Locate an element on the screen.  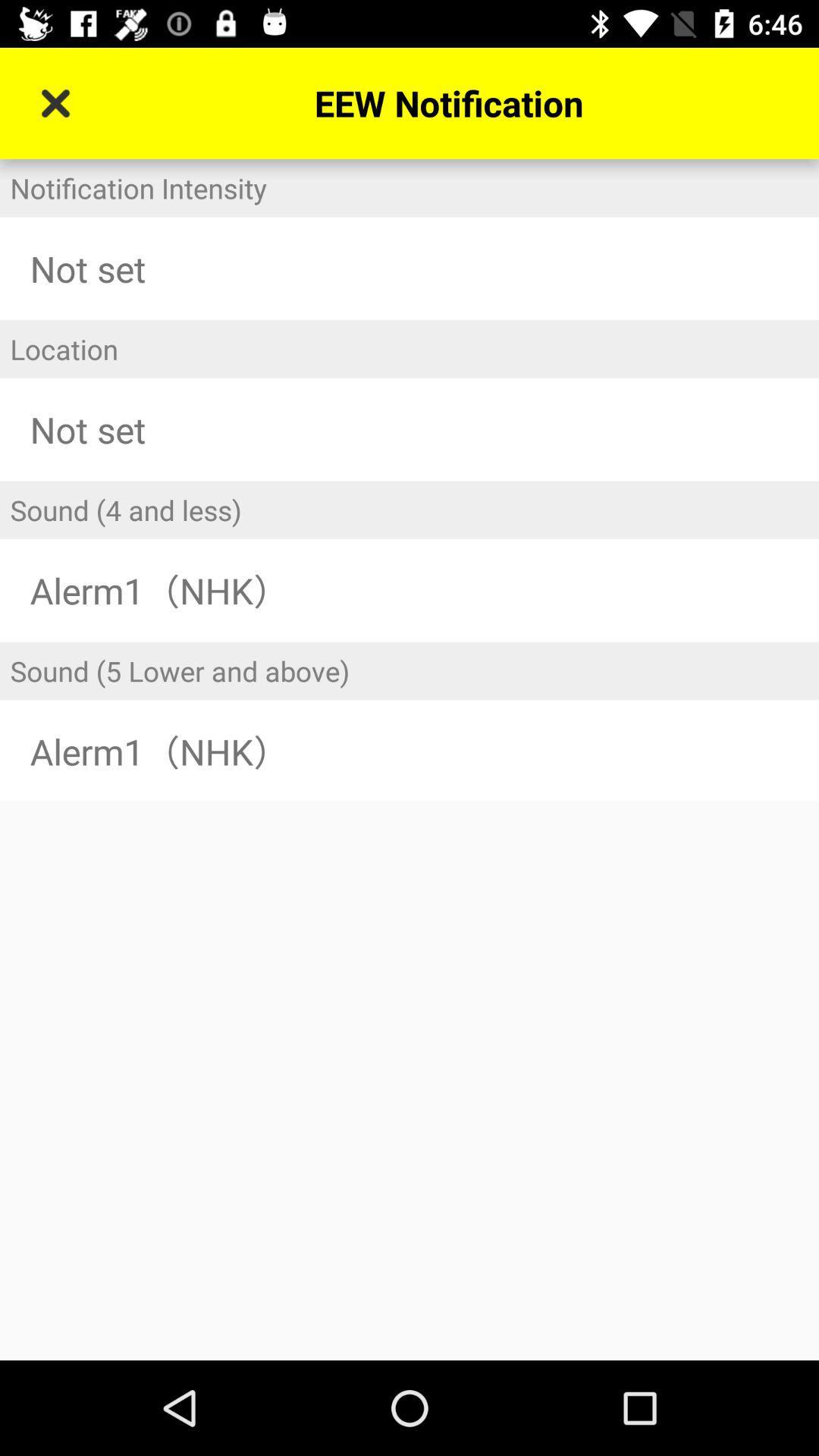
icon next to the eew notification is located at coordinates (55, 102).